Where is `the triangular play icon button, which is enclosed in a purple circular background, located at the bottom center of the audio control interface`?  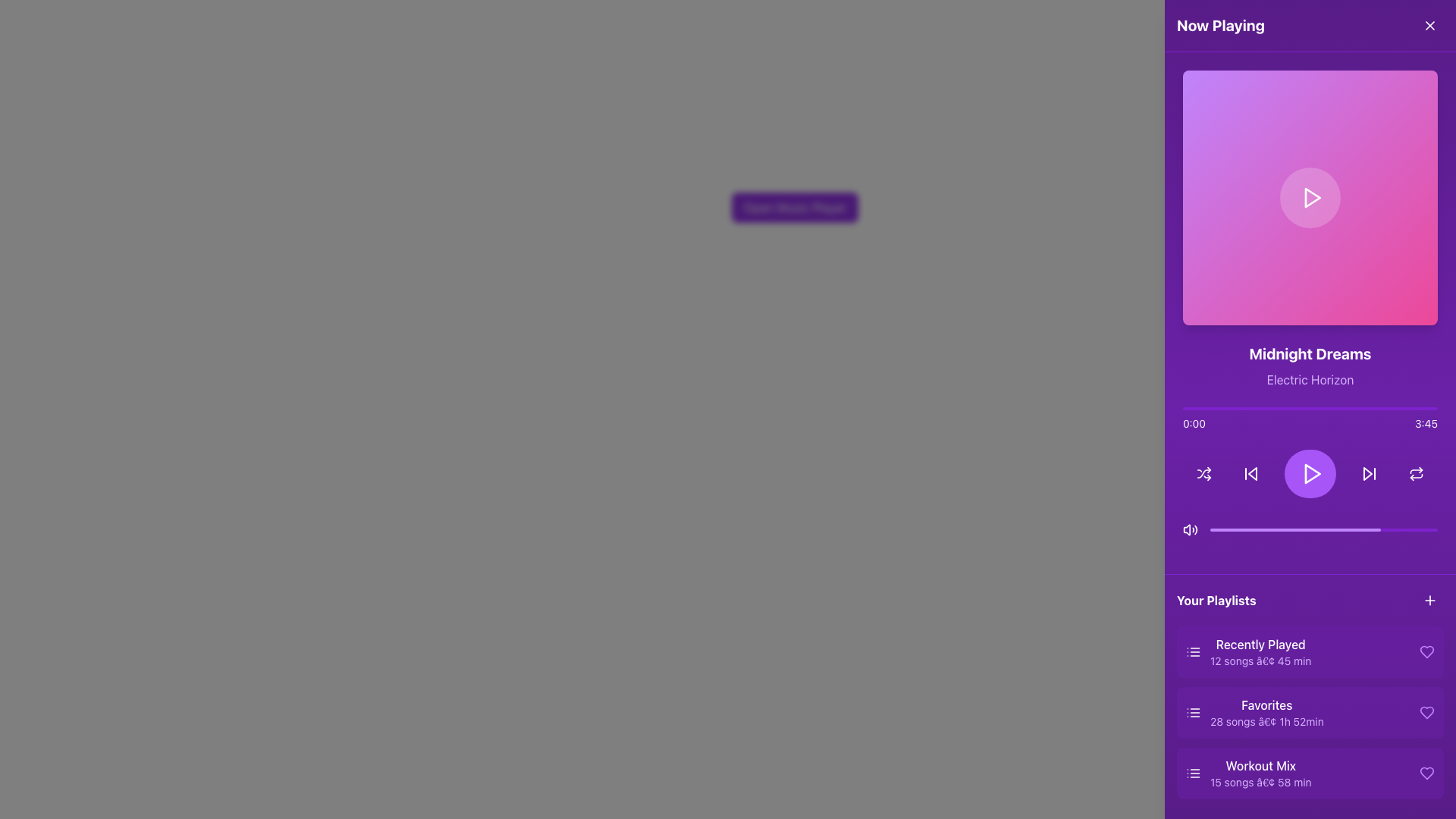
the triangular play icon button, which is enclosed in a purple circular background, located at the bottom center of the audio control interface is located at coordinates (1310, 472).